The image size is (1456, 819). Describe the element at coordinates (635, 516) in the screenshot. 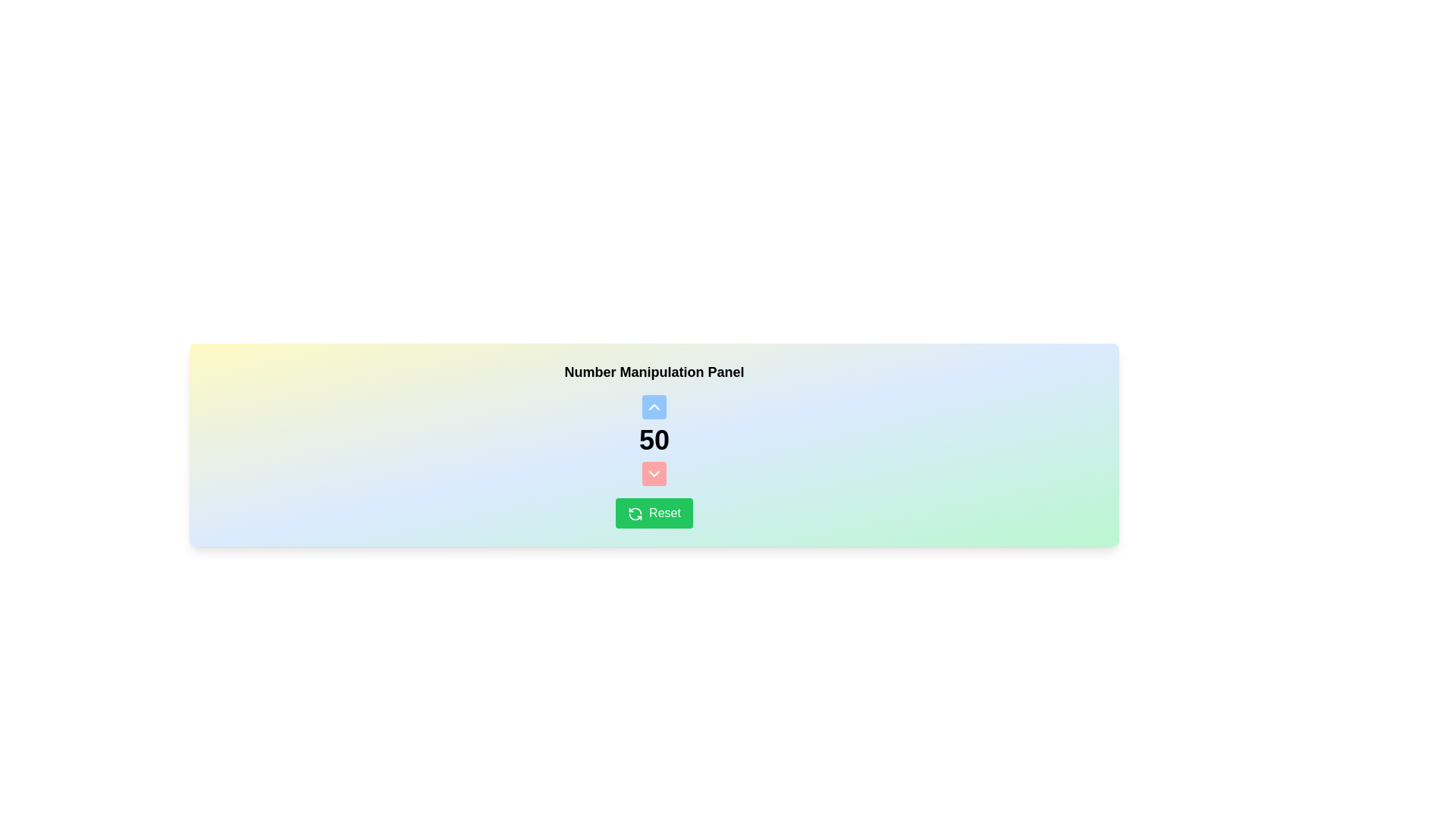

I see `the third subcomponent of the circular arrow icon indicating reset functionality, located centrally within the green 'Reset' button` at that location.